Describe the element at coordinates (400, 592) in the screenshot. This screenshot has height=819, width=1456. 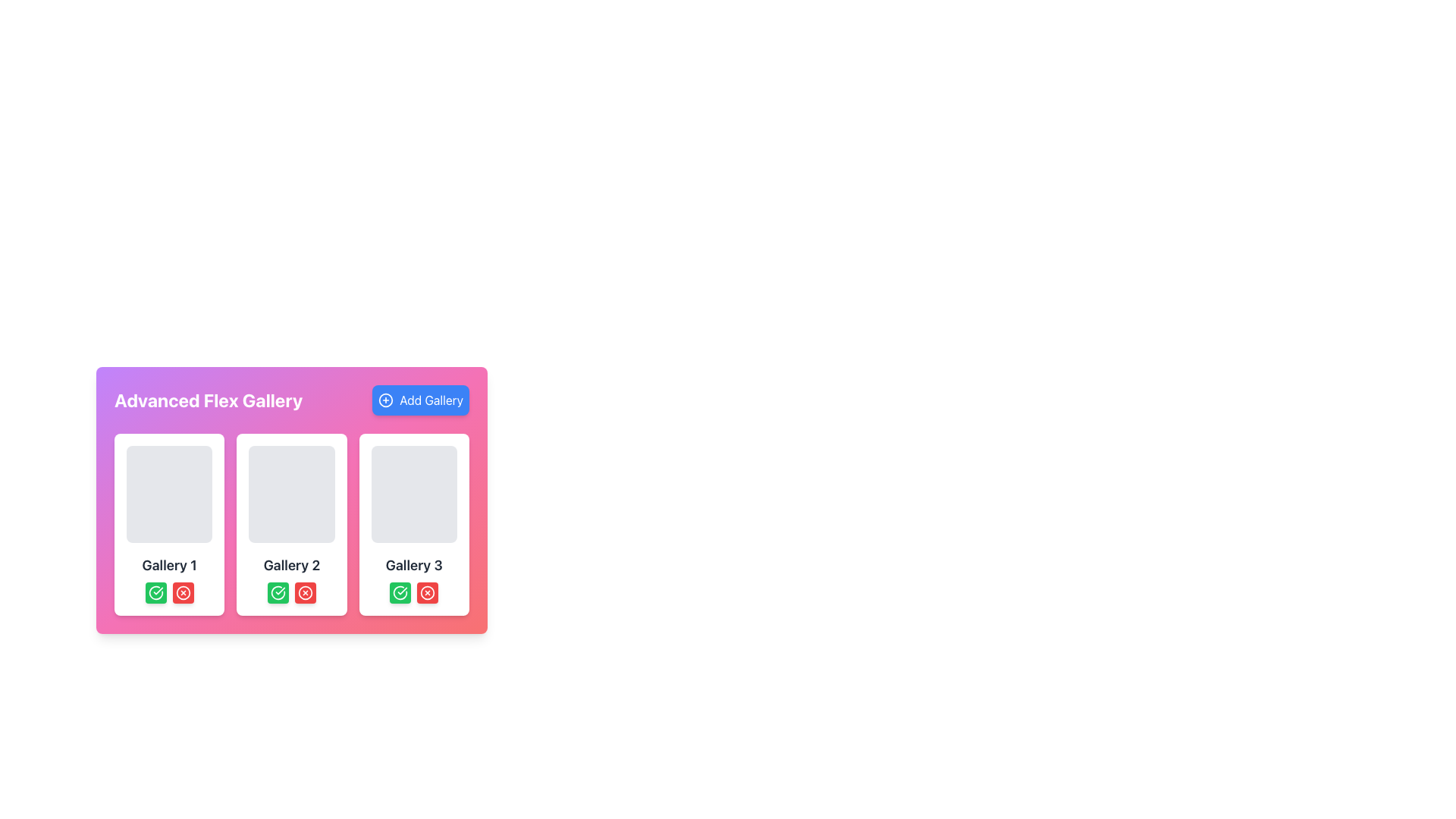
I see `the circular action button with a green border and checkmark inside, located in the bottom-left corner of the 'Gallery 3' card` at that location.